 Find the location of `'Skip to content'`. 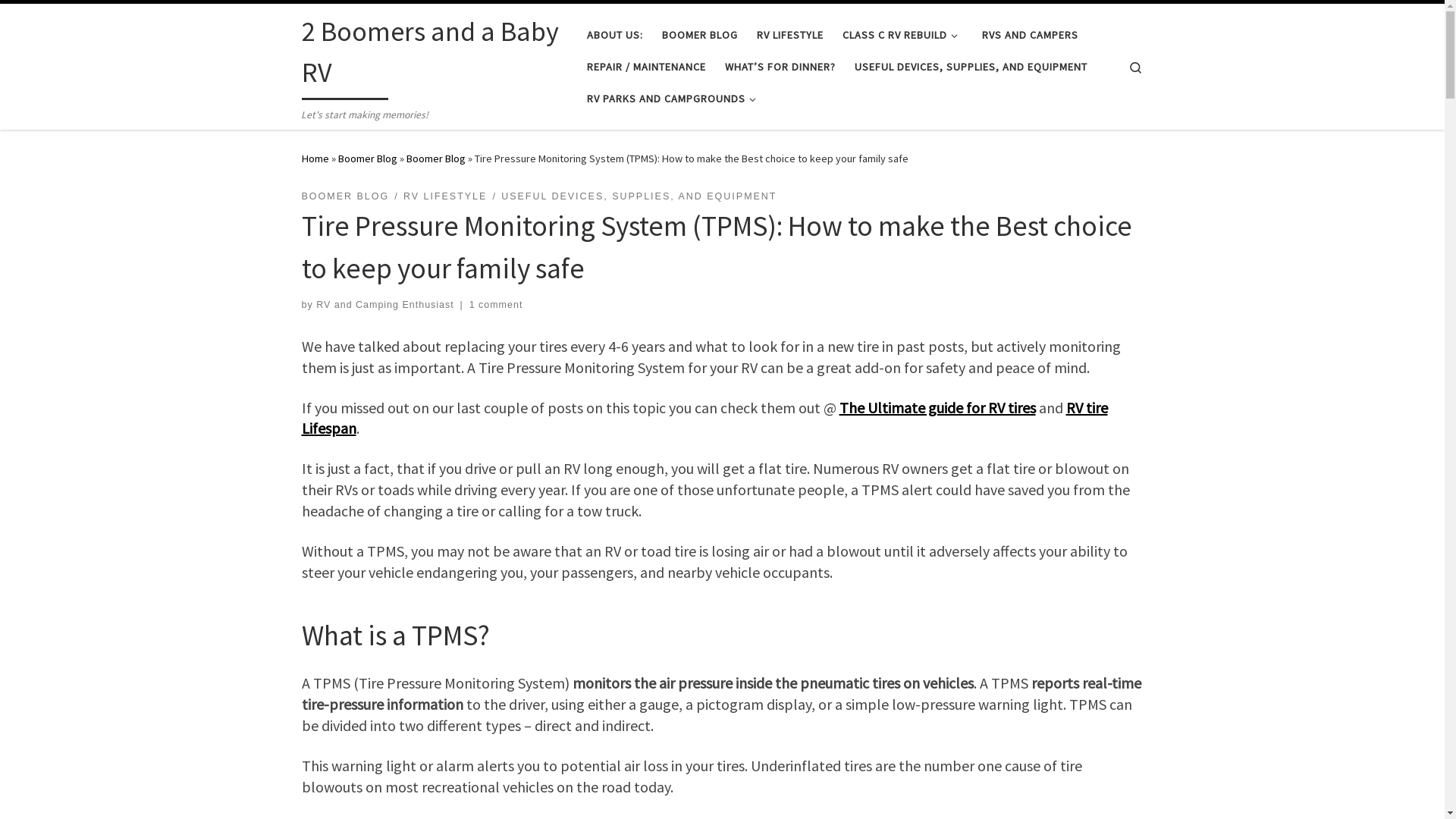

'Skip to content' is located at coordinates (57, 20).